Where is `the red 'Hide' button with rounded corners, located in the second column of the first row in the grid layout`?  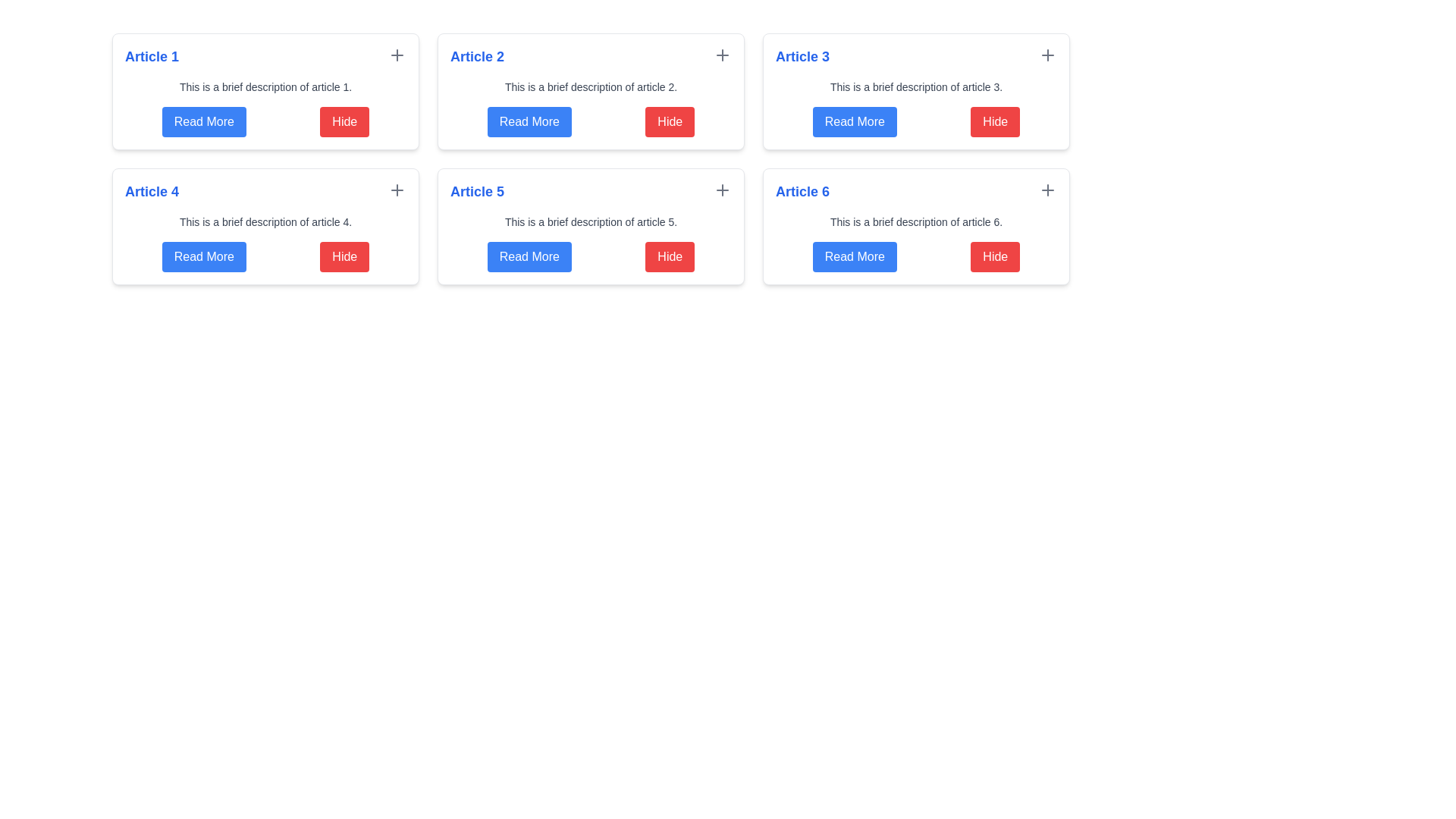 the red 'Hide' button with rounded corners, located in the second column of the first row in the grid layout is located at coordinates (669, 121).